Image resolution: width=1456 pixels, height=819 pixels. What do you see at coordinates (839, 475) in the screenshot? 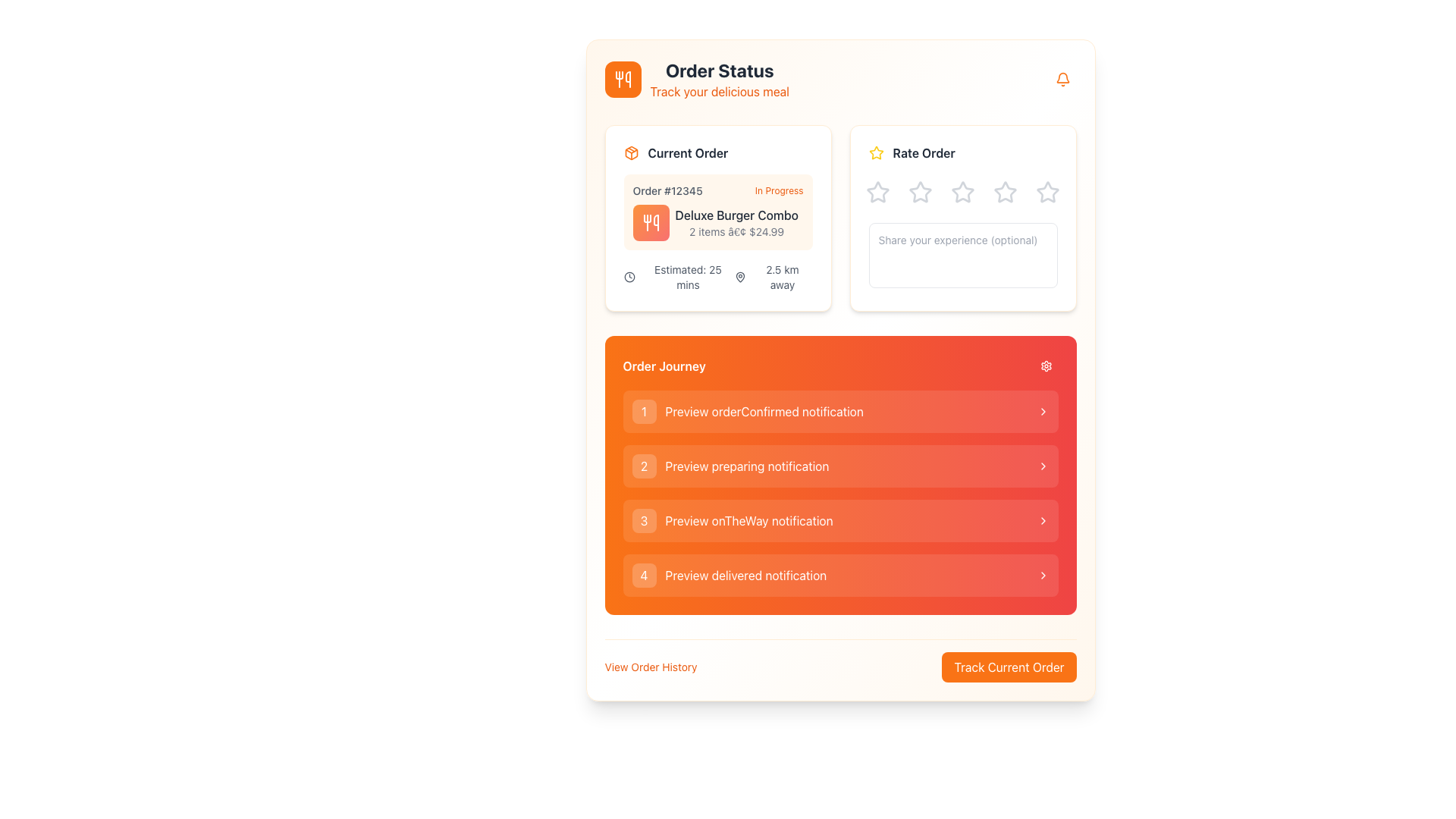
I see `the entries in the 'Order Journey' progress indicator` at bounding box center [839, 475].